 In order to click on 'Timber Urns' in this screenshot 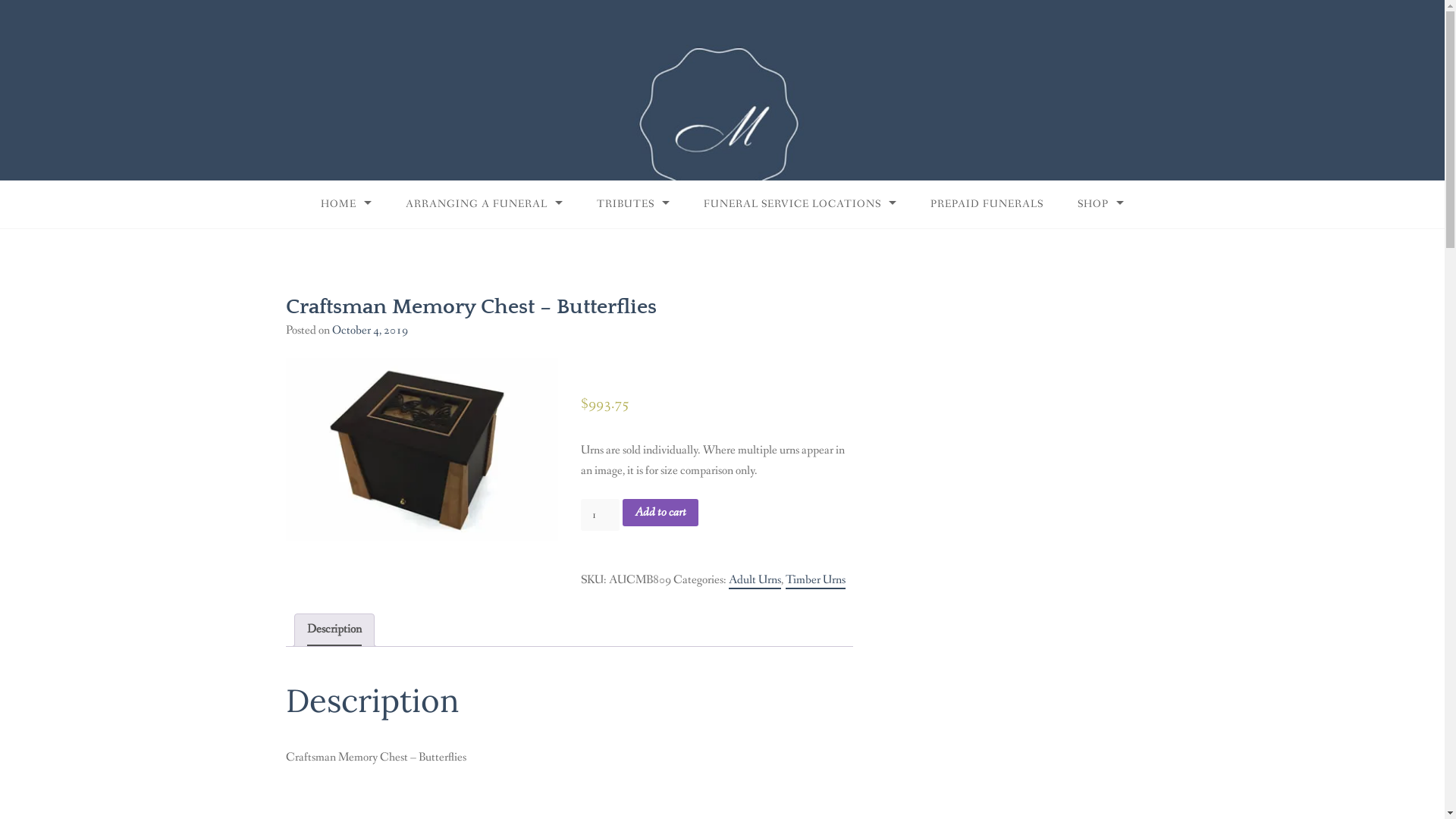, I will do `click(814, 580)`.